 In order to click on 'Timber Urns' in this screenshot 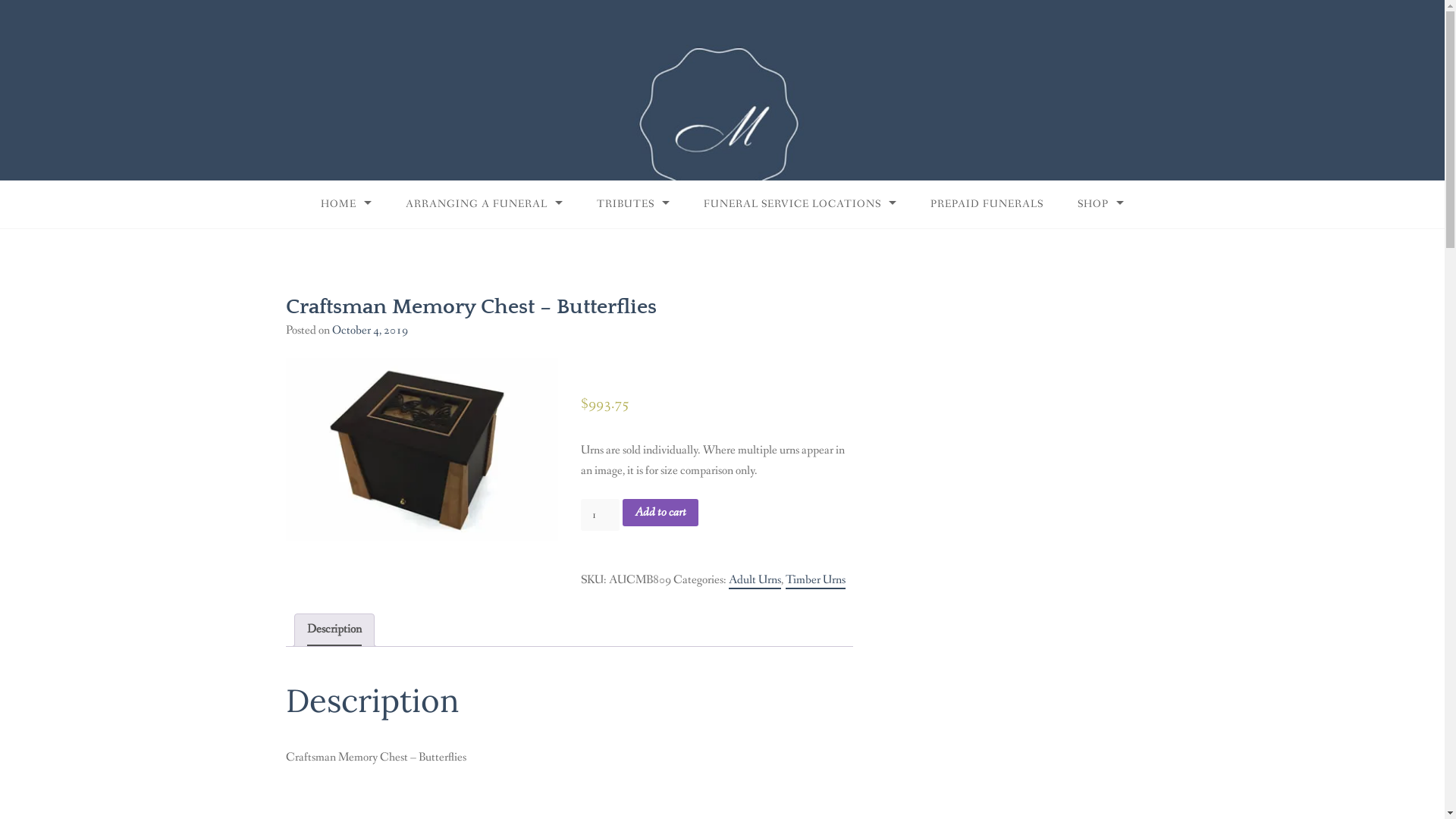, I will do `click(814, 580)`.